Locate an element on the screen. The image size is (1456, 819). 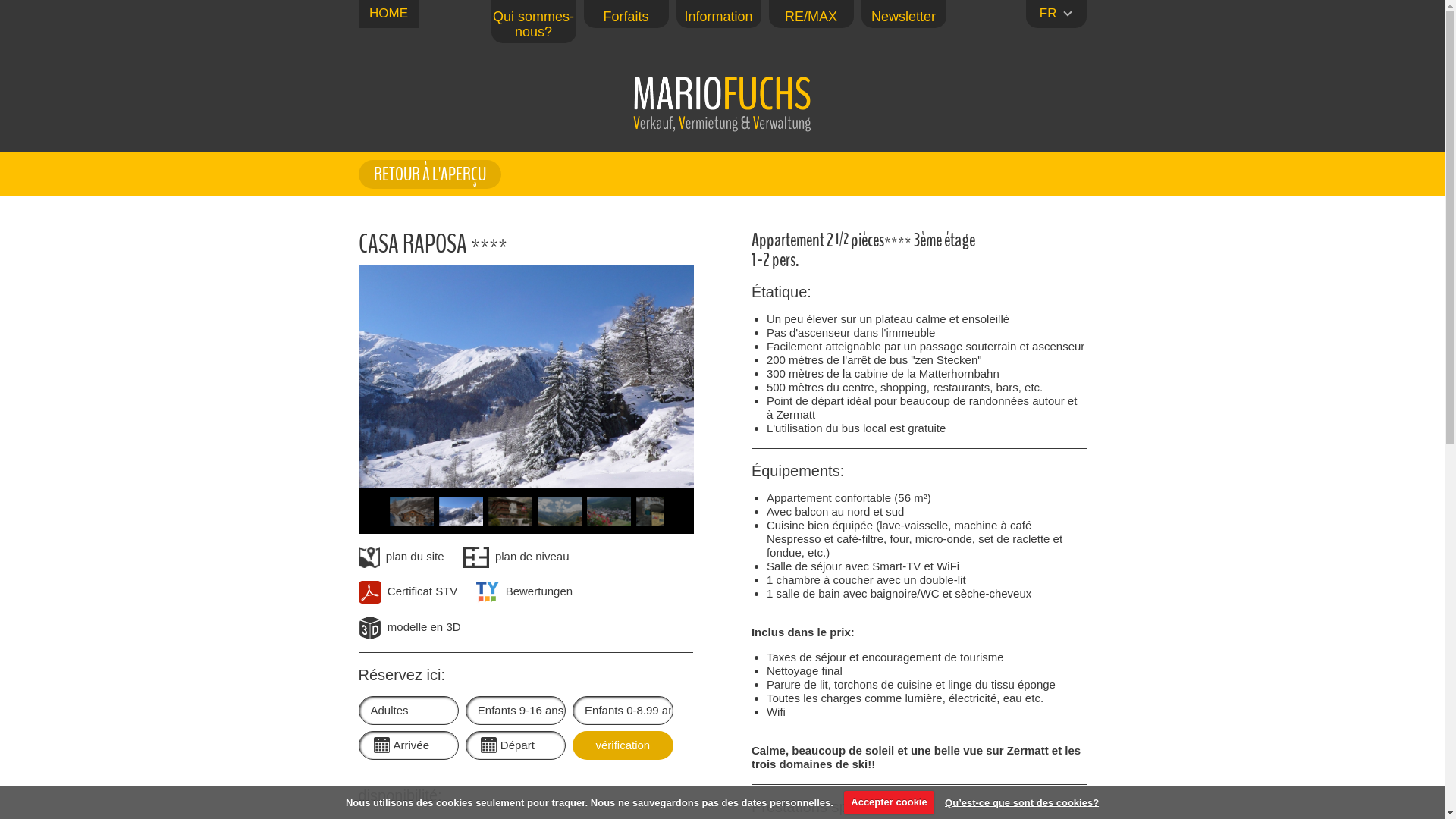
'HOME' is located at coordinates (356, 17).